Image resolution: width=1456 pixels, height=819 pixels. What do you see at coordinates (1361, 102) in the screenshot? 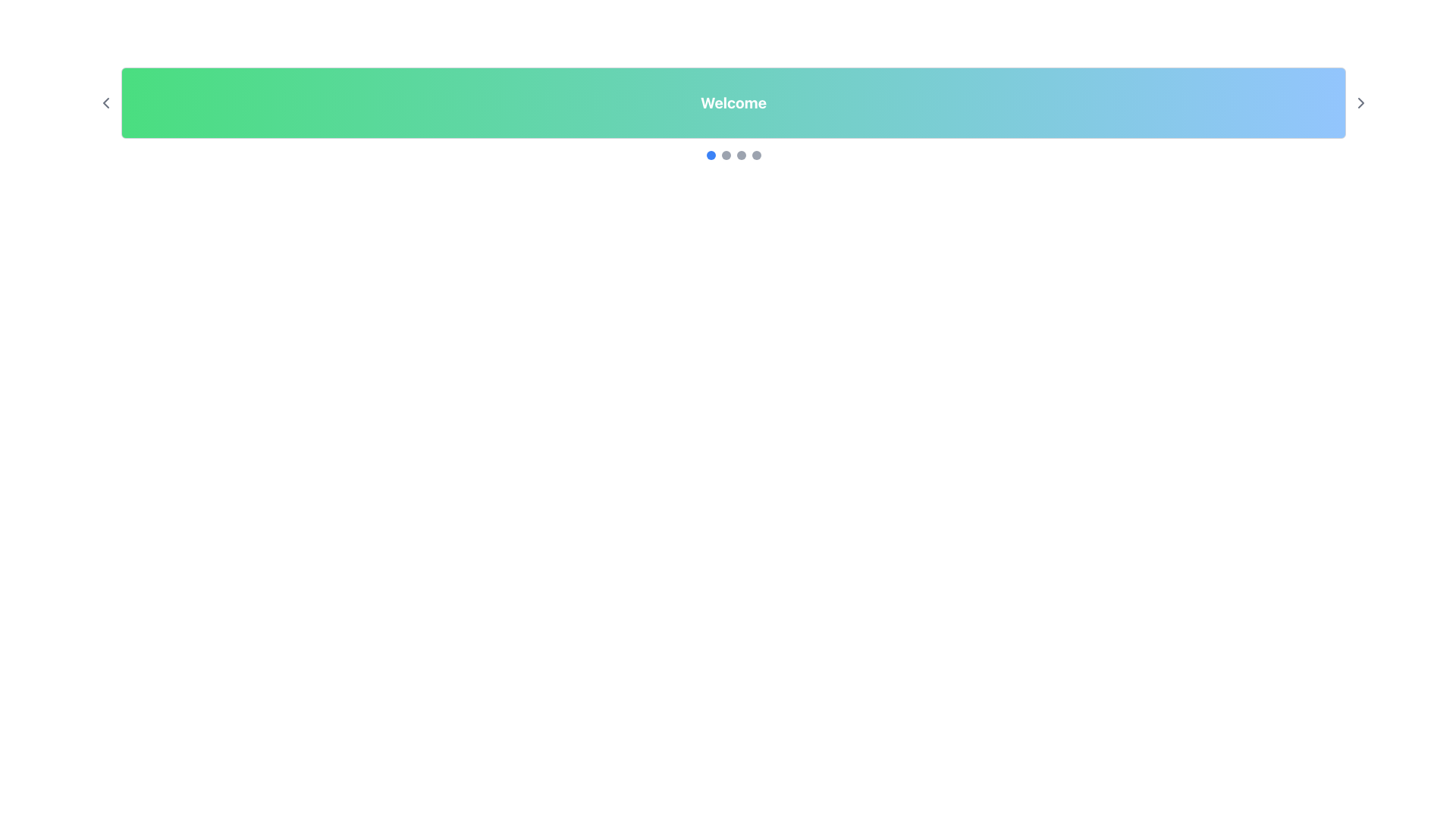
I see `the right-facing chevron arrow icon located within the 'Next' button in the navigation bar` at bounding box center [1361, 102].